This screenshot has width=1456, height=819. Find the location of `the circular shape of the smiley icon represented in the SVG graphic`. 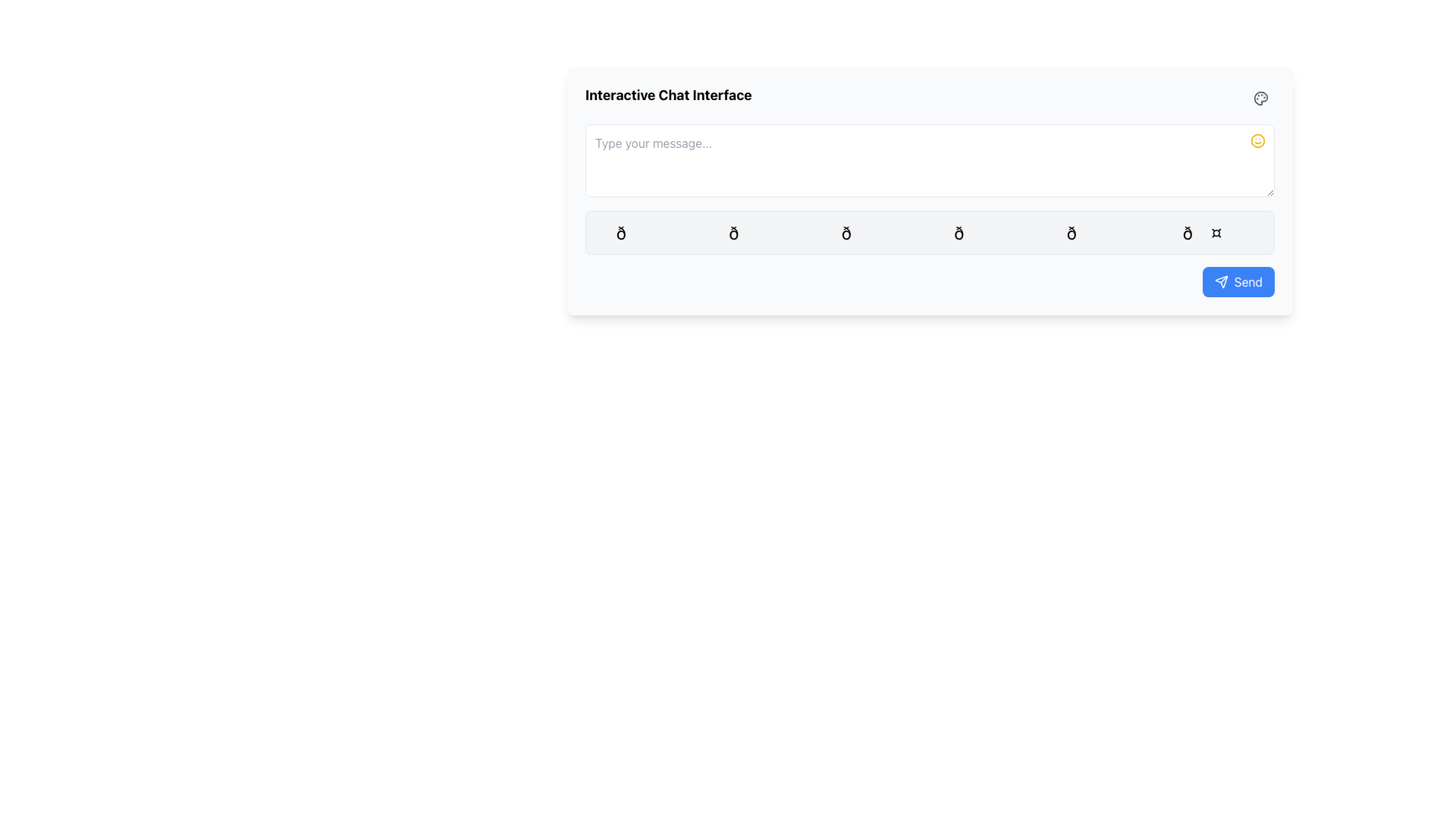

the circular shape of the smiley icon represented in the SVG graphic is located at coordinates (1258, 140).